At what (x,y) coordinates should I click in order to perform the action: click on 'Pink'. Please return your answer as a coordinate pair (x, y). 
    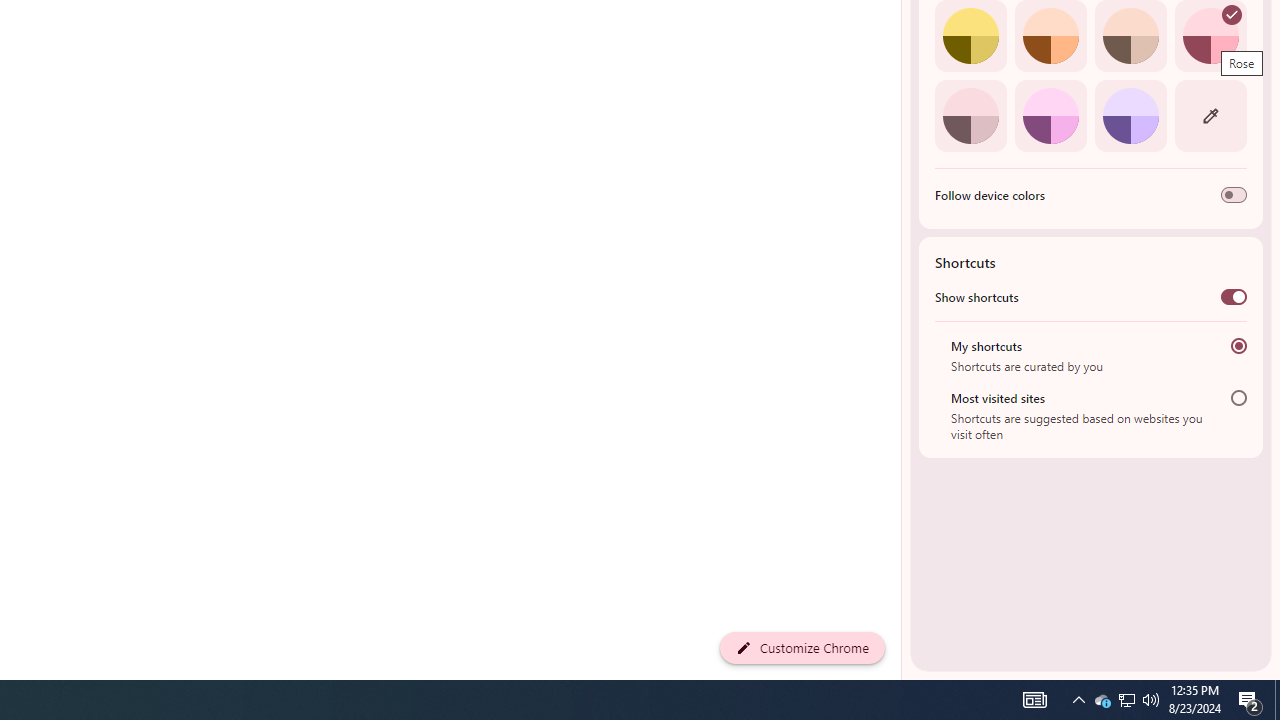
    Looking at the image, I should click on (970, 115).